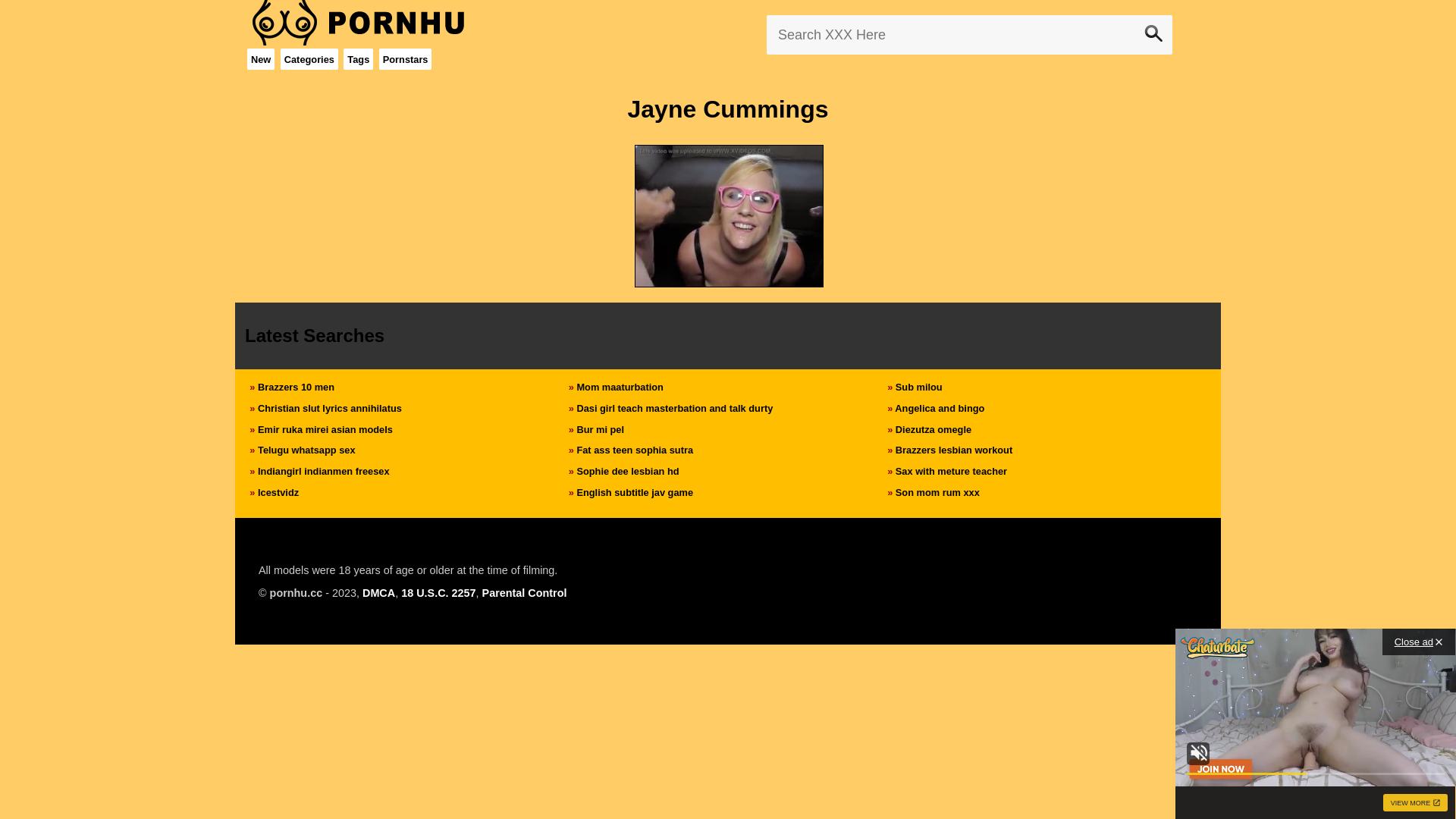  Describe the element at coordinates (305, 449) in the screenshot. I see `'Telugu whatsapp sex'` at that location.